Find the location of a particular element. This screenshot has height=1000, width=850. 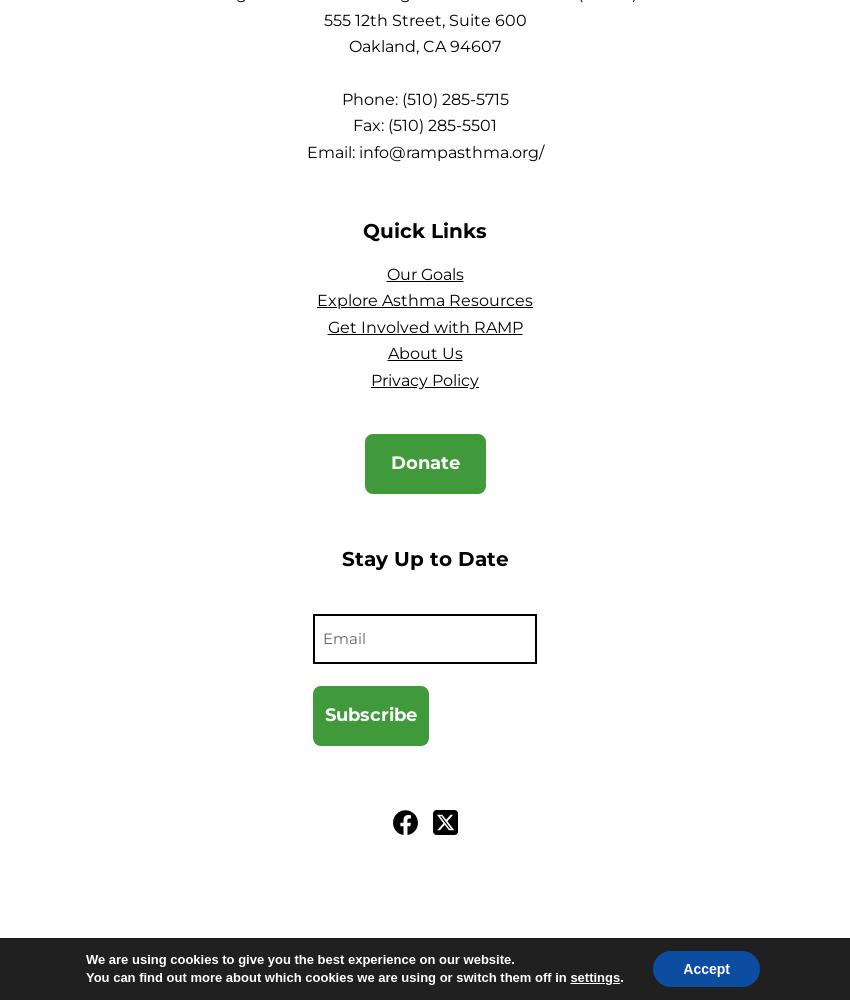

'Get Involved with RAMP' is located at coordinates (424, 325).